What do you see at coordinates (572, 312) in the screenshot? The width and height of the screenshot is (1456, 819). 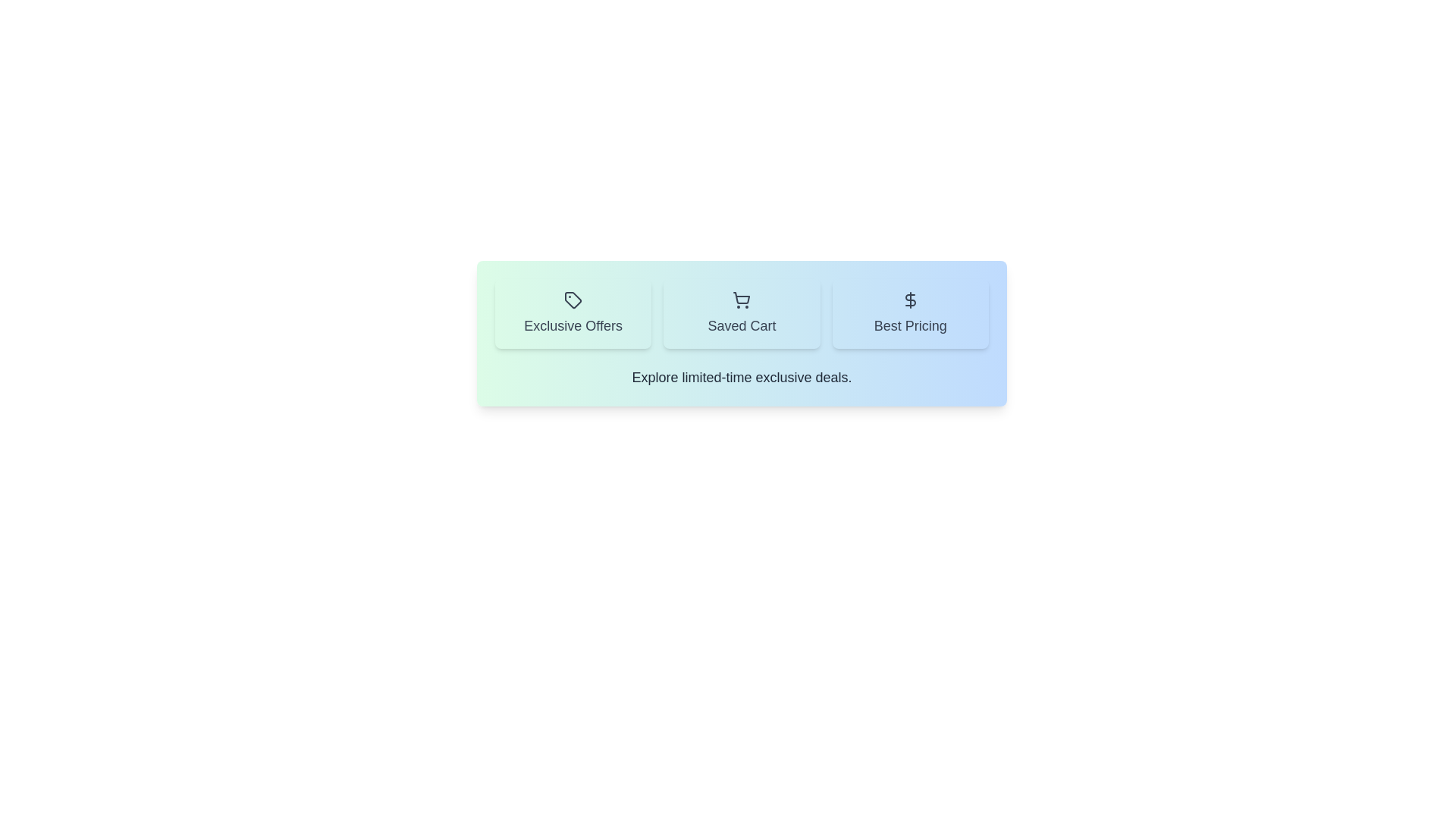 I see `the Exclusive Offers tab by clicking on its button` at bounding box center [572, 312].